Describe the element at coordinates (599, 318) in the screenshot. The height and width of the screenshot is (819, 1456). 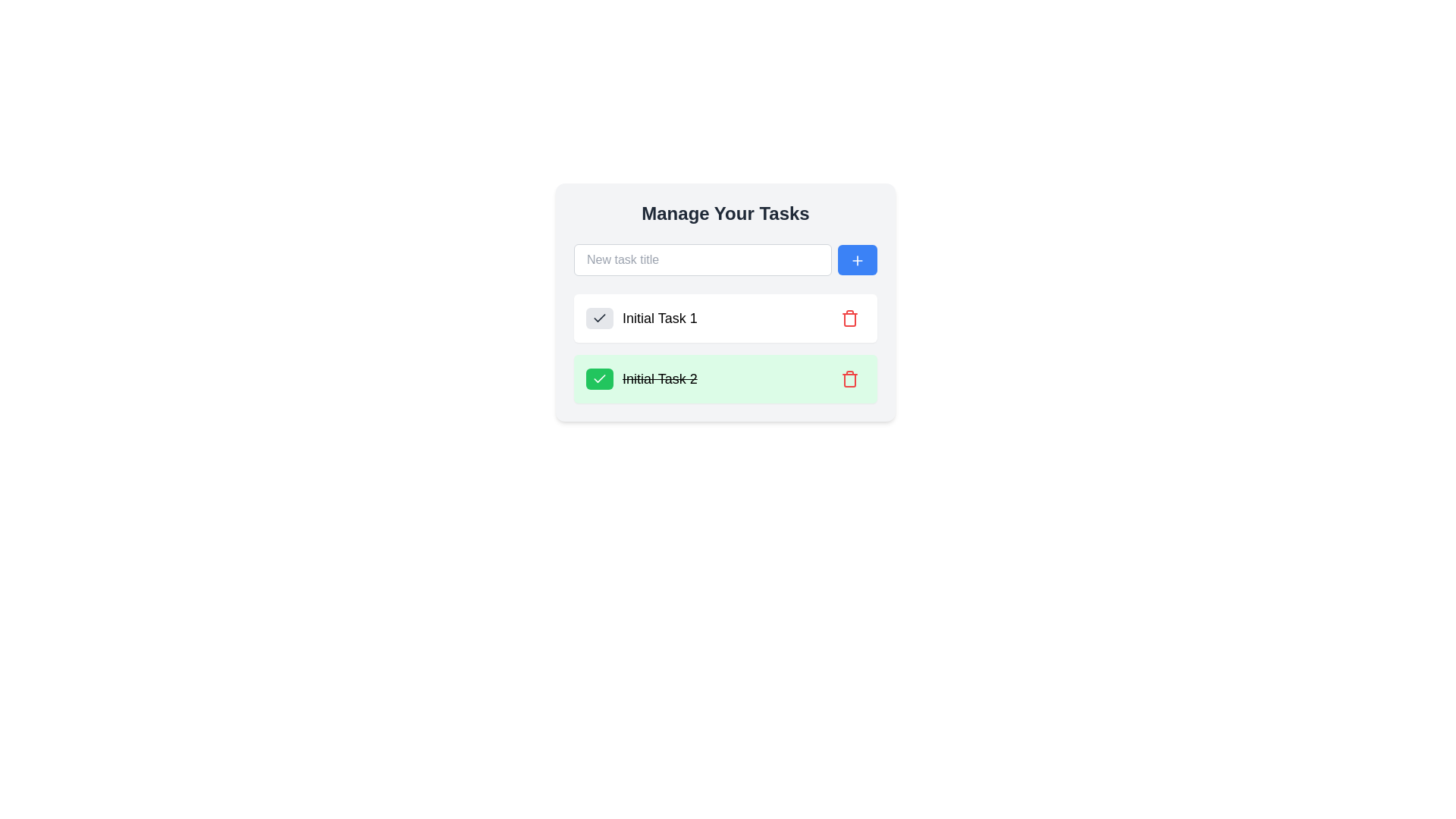
I see `the checkbox styled as a button, which is a small rounded rectangle with a light gray background and a centered black checkmark icon` at that location.